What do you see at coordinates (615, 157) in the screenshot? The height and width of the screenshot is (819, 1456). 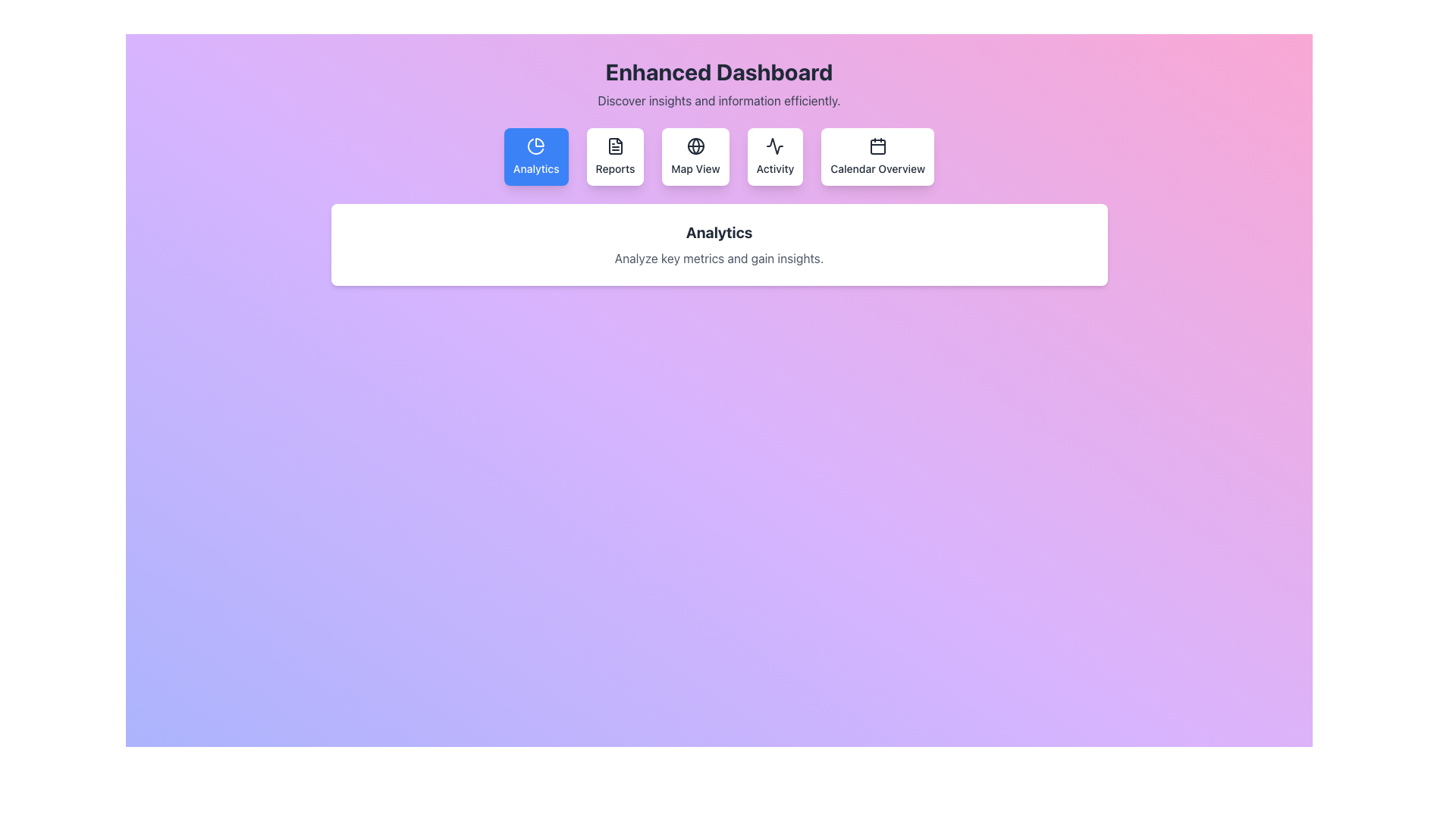 I see `the 'Reports' button, which is positioned to the right of the 'Analytics' button and left of the 'Map View' button` at bounding box center [615, 157].